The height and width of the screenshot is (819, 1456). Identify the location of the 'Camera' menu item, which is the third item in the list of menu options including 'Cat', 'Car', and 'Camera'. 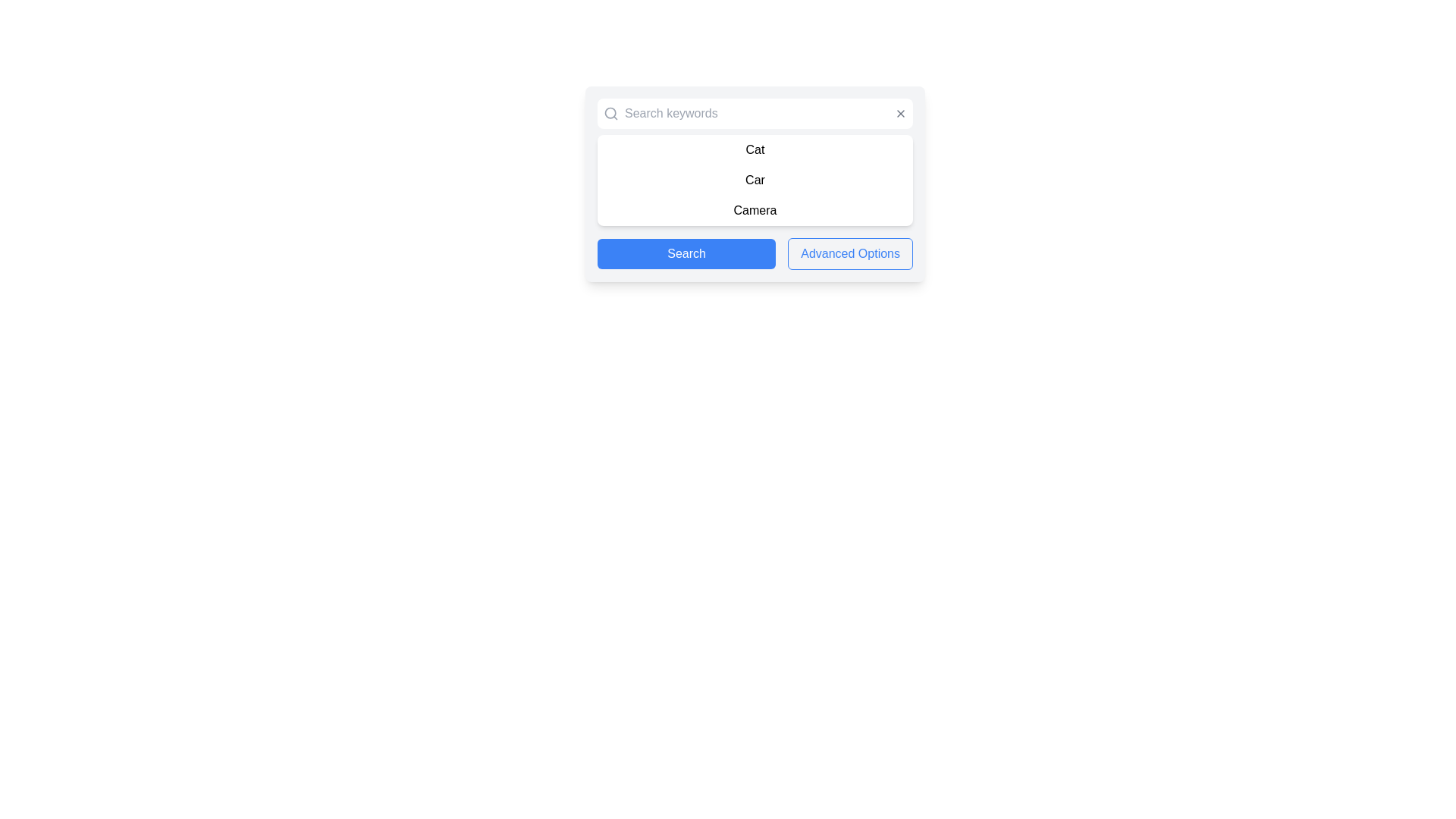
(755, 210).